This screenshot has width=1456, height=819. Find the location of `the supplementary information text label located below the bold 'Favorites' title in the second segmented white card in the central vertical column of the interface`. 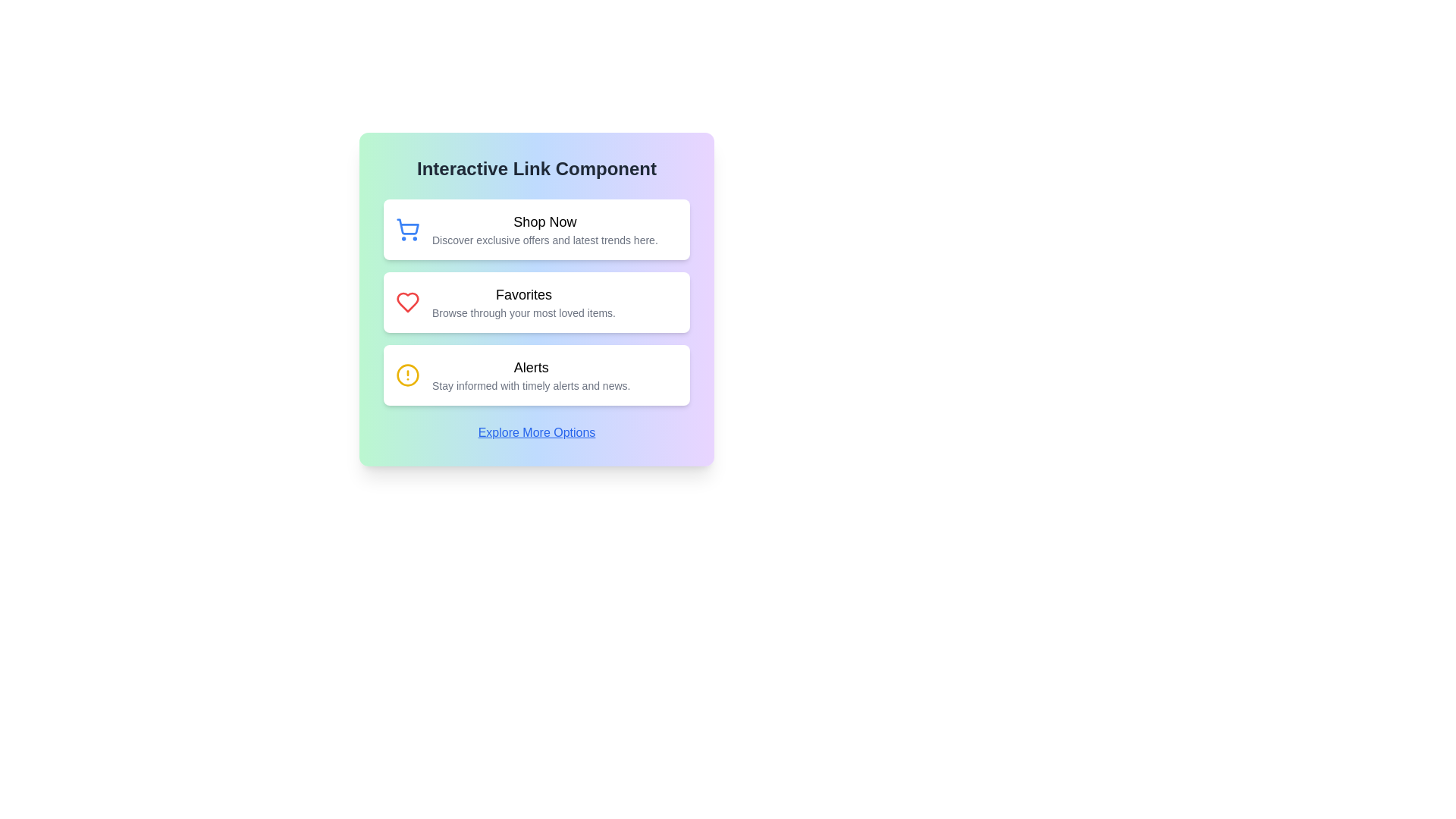

the supplementary information text label located below the bold 'Favorites' title in the second segmented white card in the central vertical column of the interface is located at coordinates (524, 312).